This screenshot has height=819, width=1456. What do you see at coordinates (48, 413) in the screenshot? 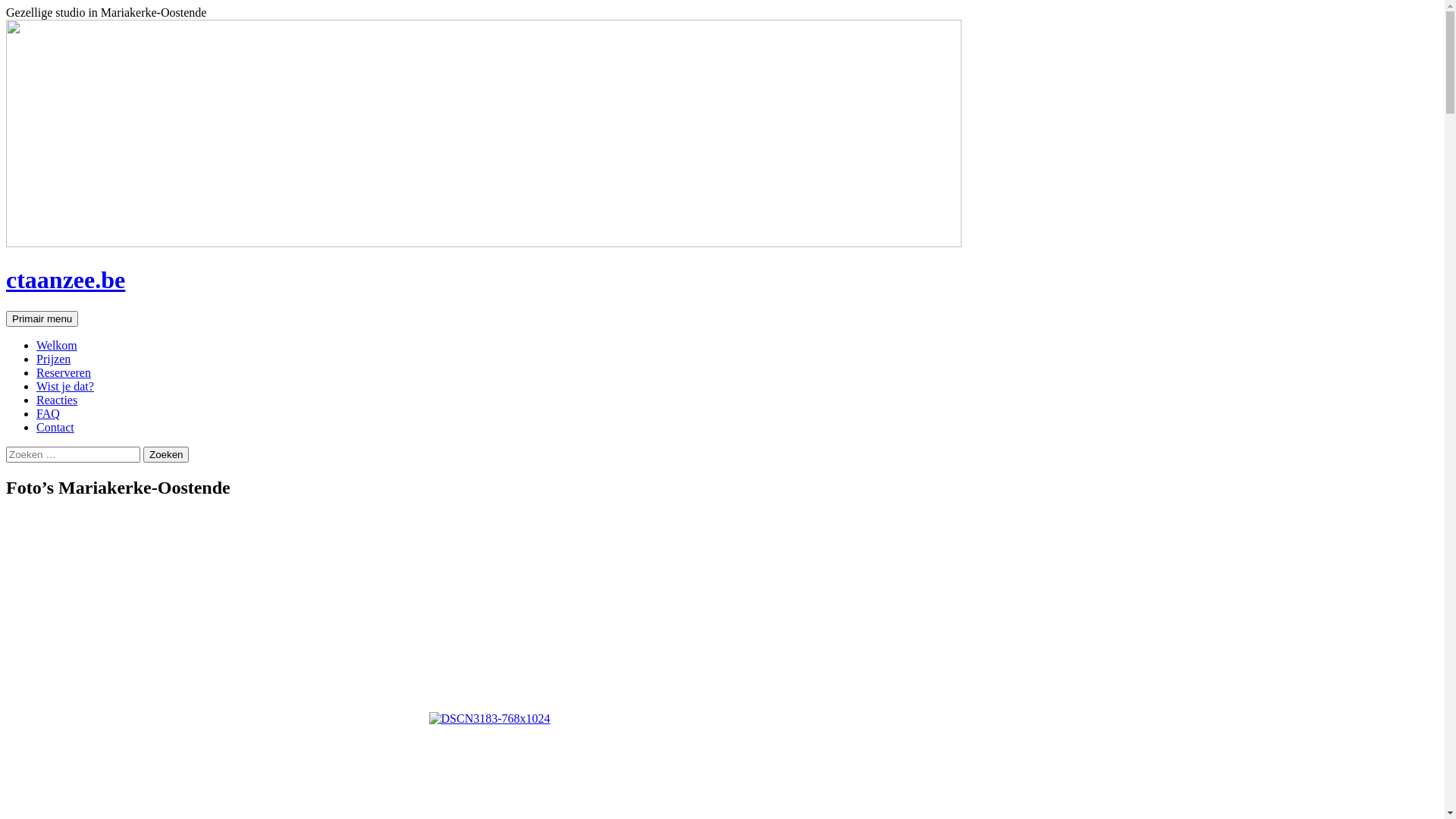
I see `'FAQ'` at bounding box center [48, 413].